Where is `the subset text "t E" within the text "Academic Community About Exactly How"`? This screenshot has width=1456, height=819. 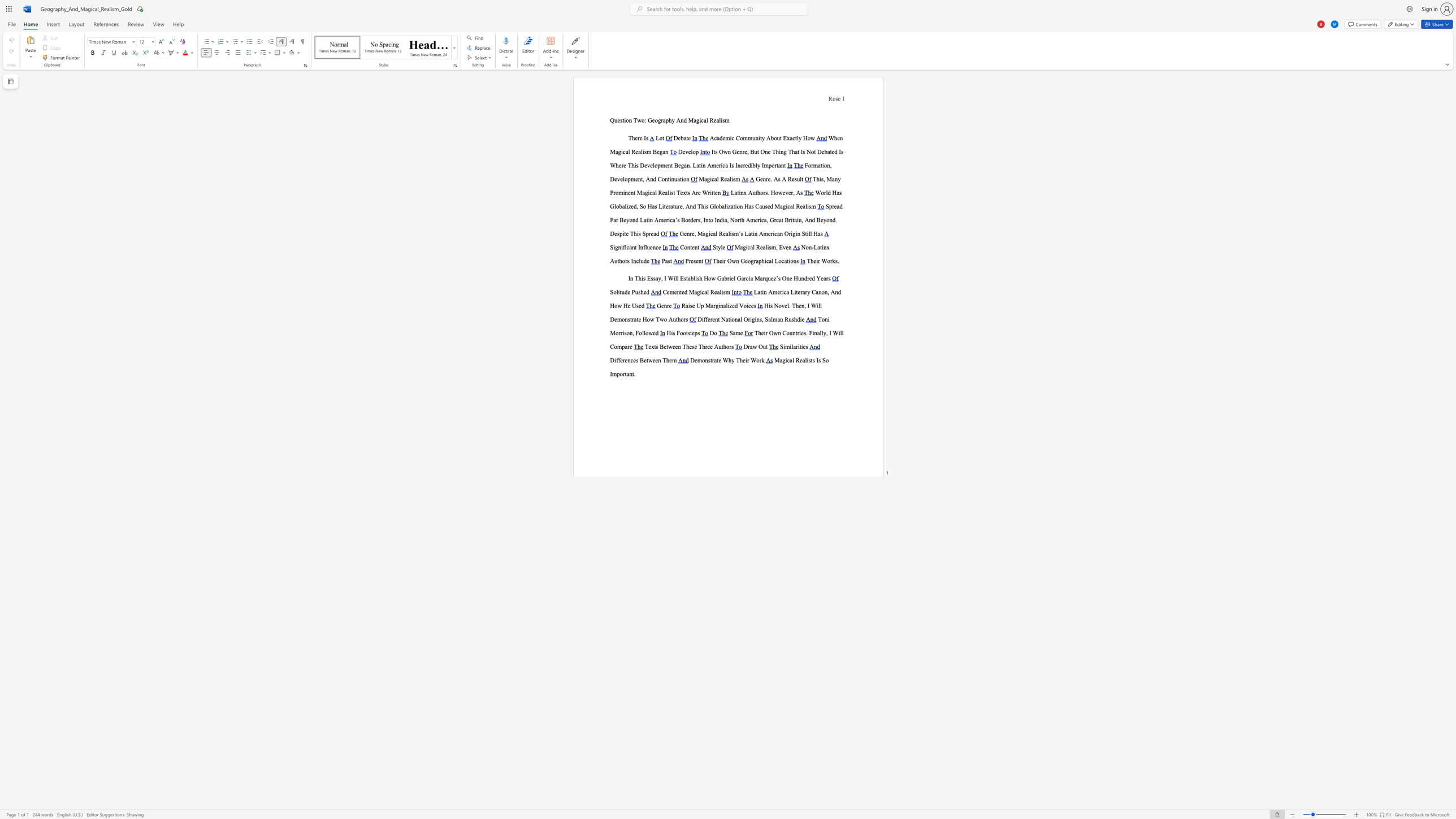 the subset text "t E" within the text "Academic Community About Exactly How" is located at coordinates (779, 138).